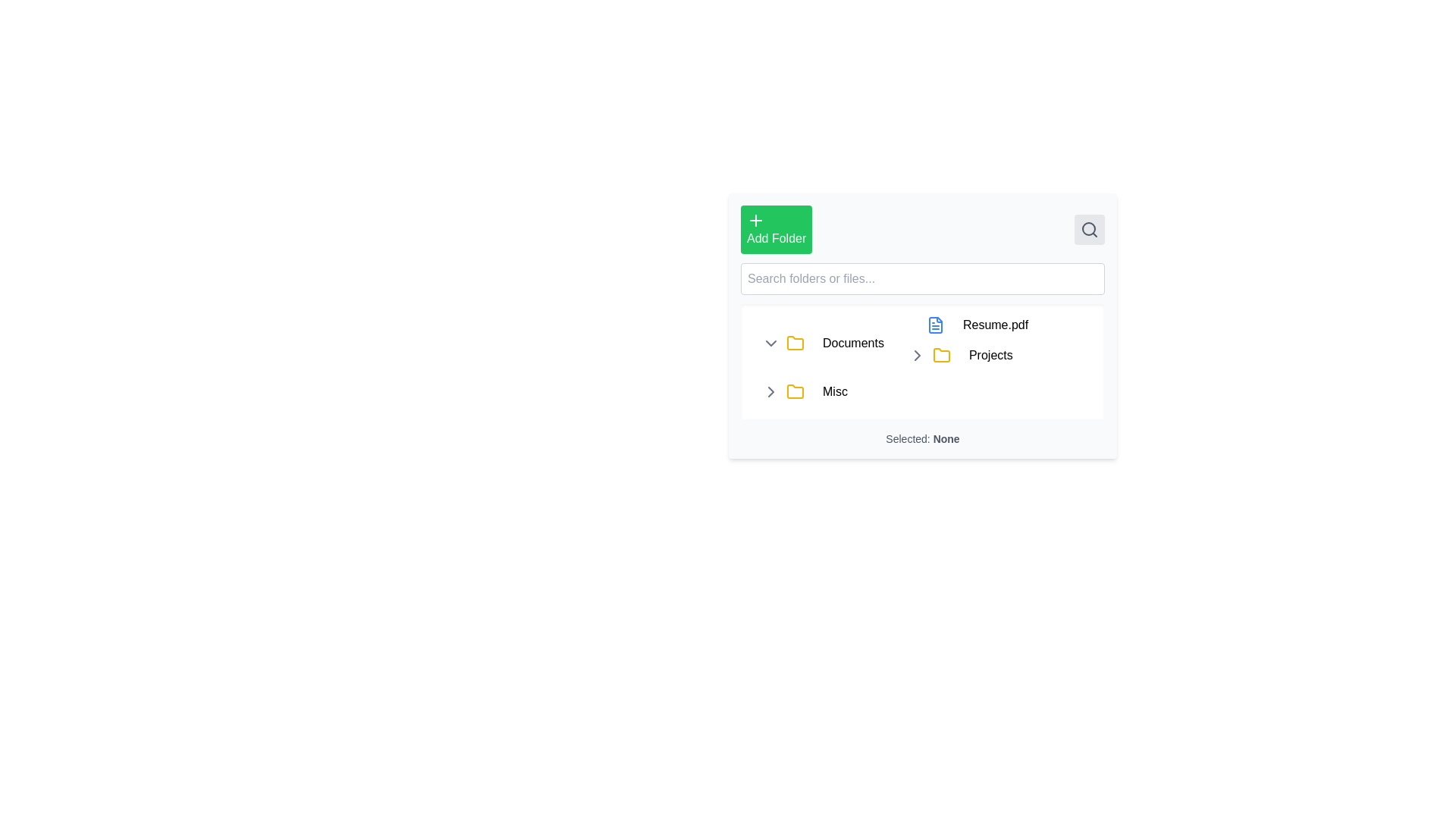  I want to click on the blue document icon located next to the text label 'Resume.pdf', so click(934, 324).